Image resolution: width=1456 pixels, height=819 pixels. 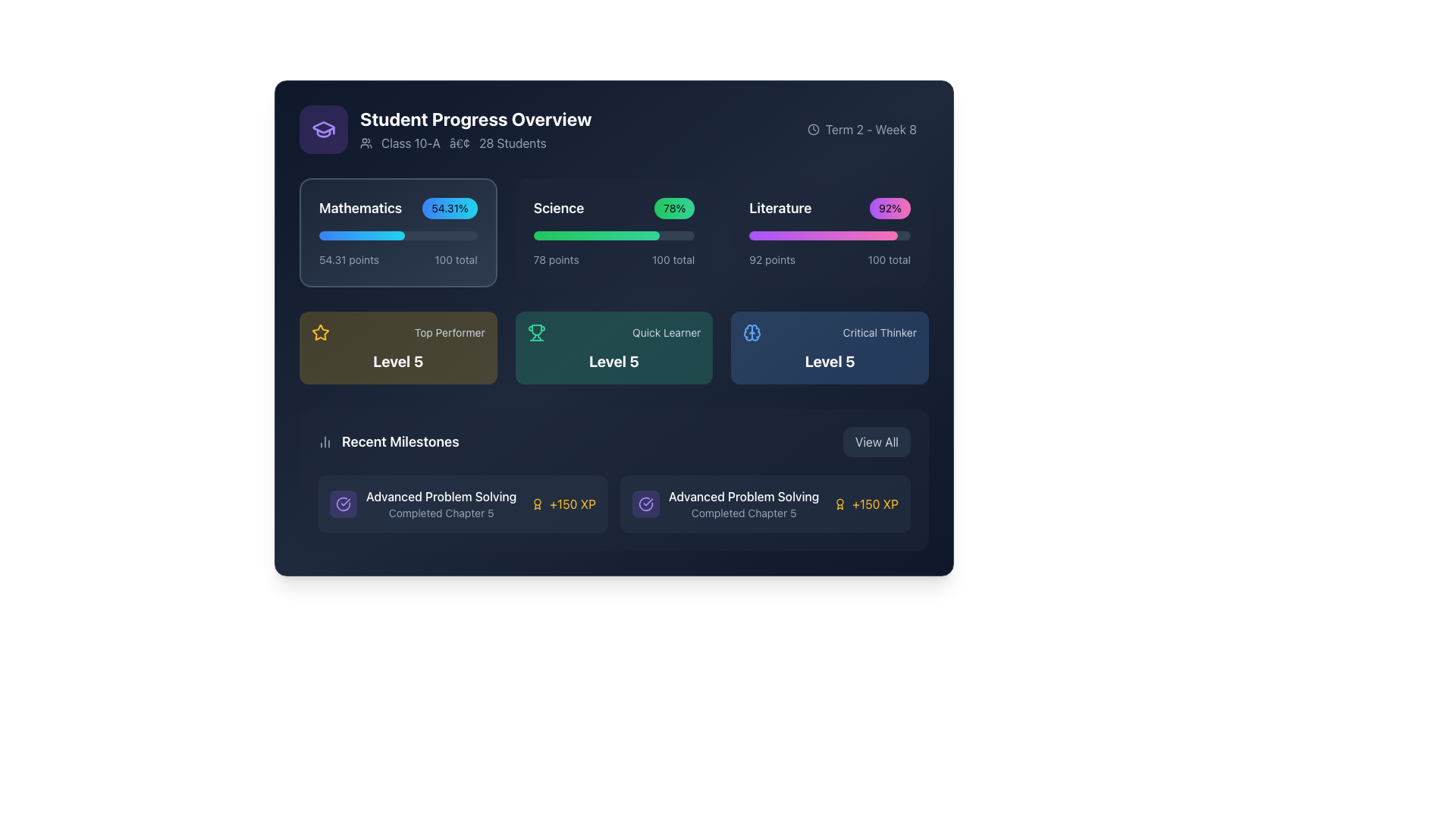 I want to click on the 'Advanced Problem Solving' text label in the 'Recent Milestones' section, which is styled with a white font against a dark background, so click(x=744, y=497).